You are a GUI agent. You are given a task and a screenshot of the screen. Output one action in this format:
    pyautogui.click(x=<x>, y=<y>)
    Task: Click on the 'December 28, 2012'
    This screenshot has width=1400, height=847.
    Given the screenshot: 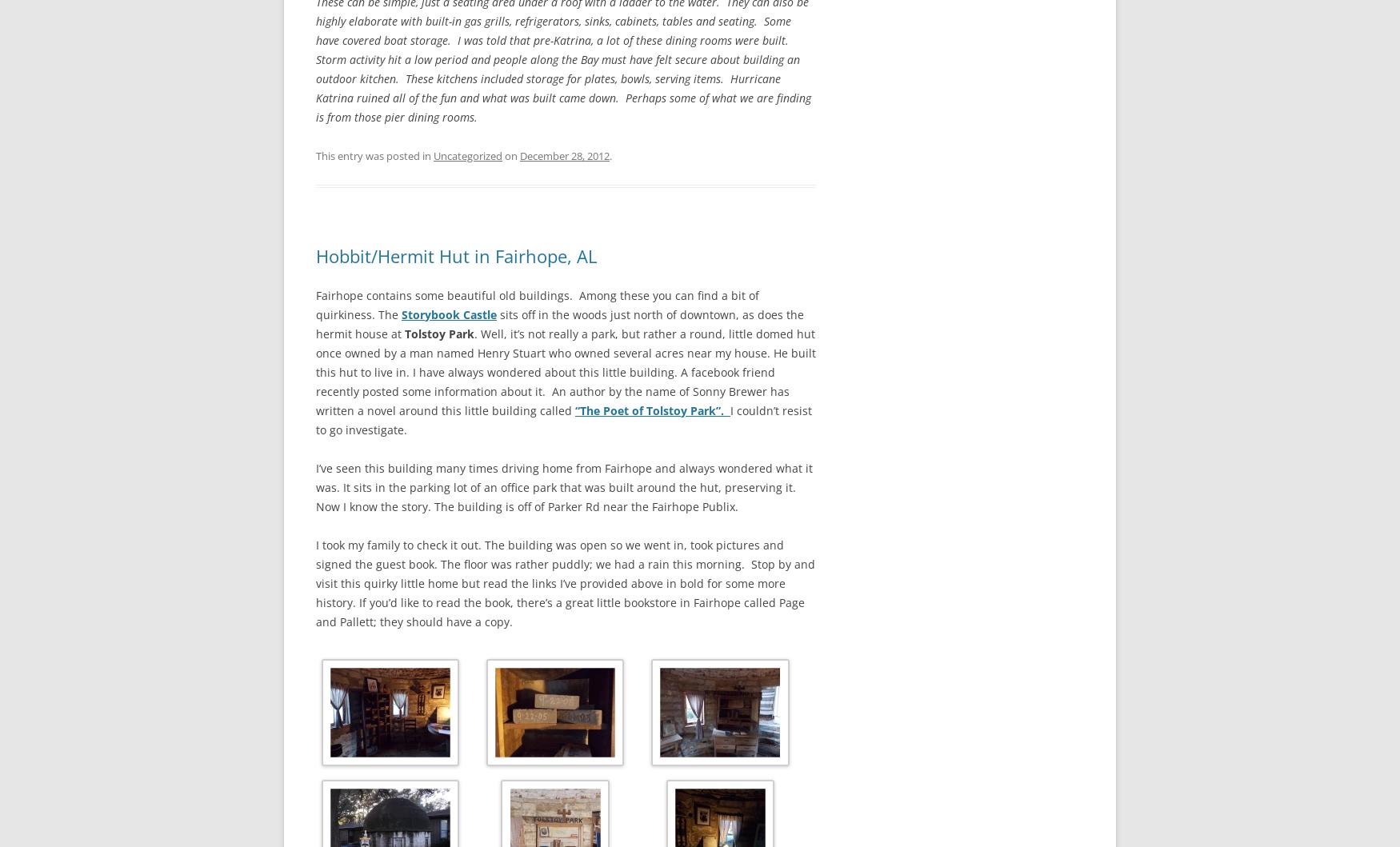 What is the action you would take?
    pyautogui.click(x=564, y=154)
    